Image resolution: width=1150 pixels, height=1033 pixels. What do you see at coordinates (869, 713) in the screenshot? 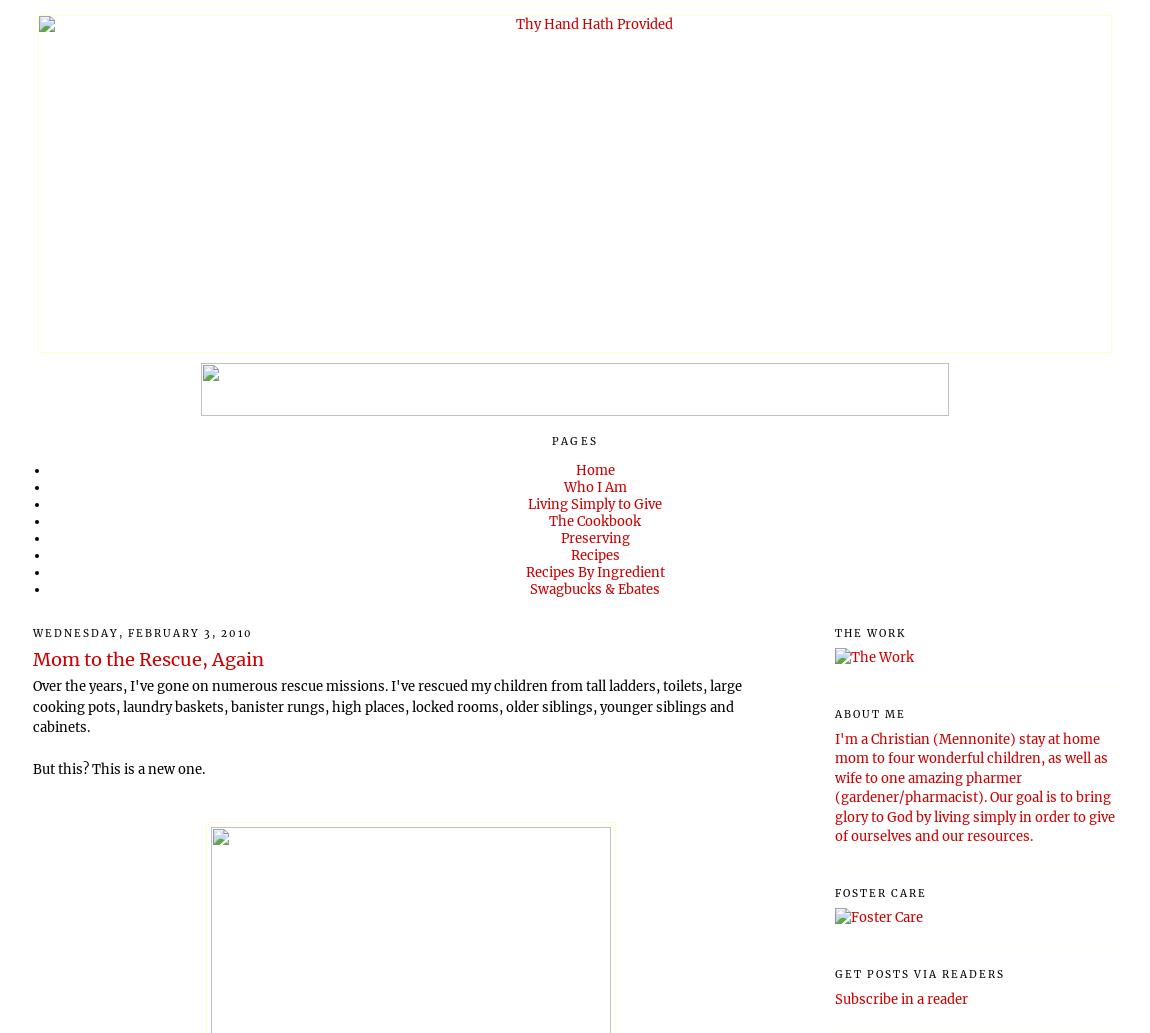
I see `'About Me'` at bounding box center [869, 713].